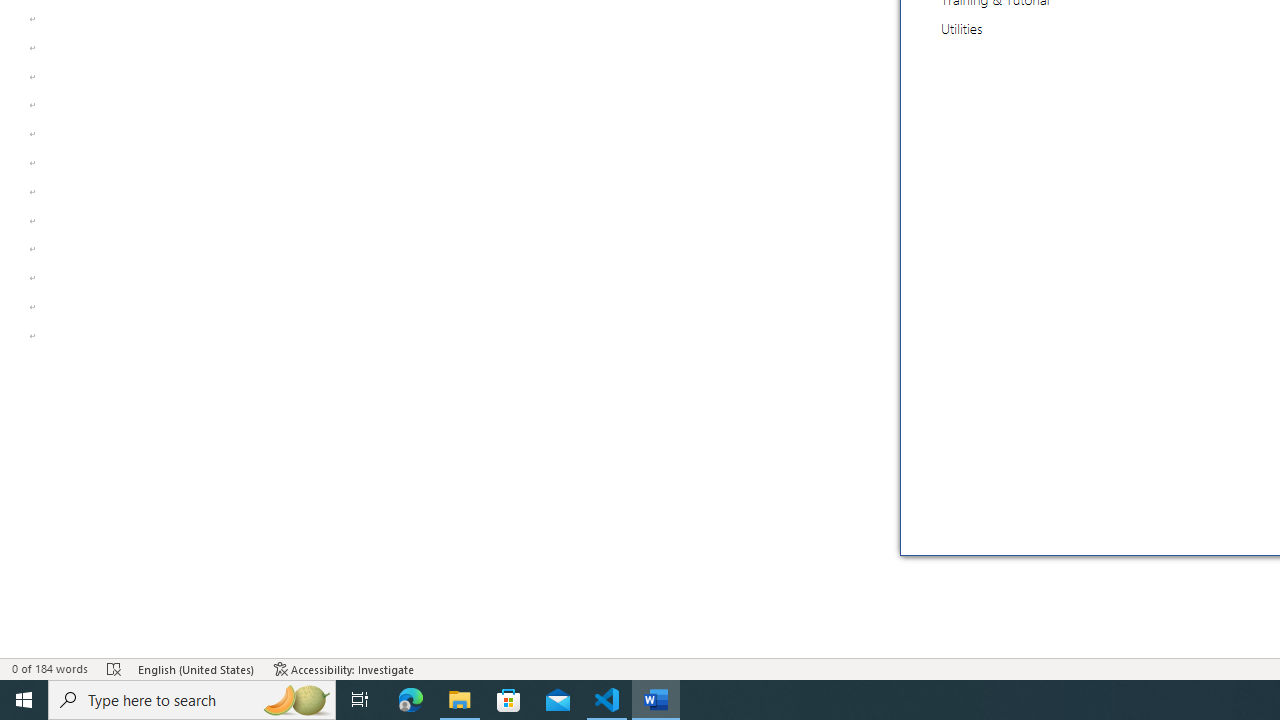 The width and height of the screenshot is (1280, 720). I want to click on 'Word Count 0 of 184 words', so click(49, 669).